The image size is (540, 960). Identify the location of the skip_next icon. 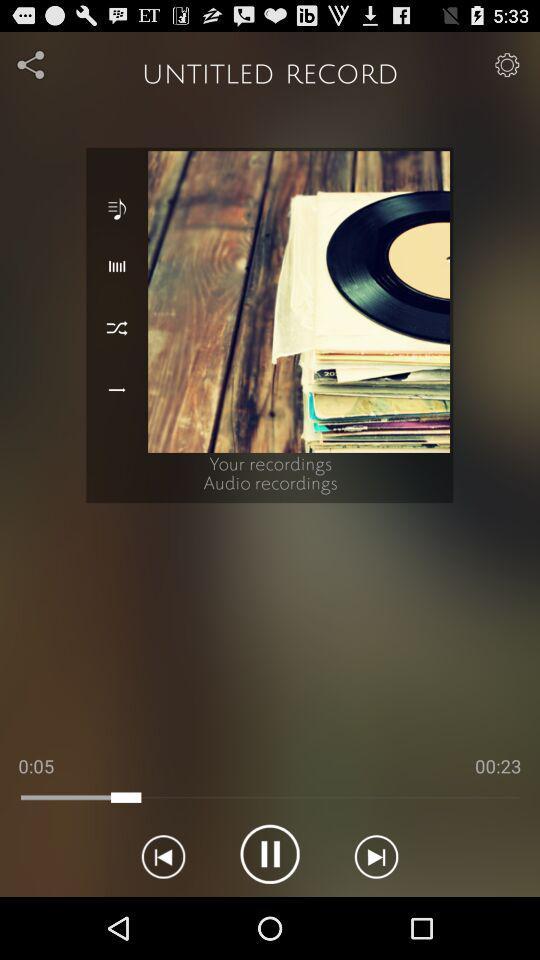
(376, 914).